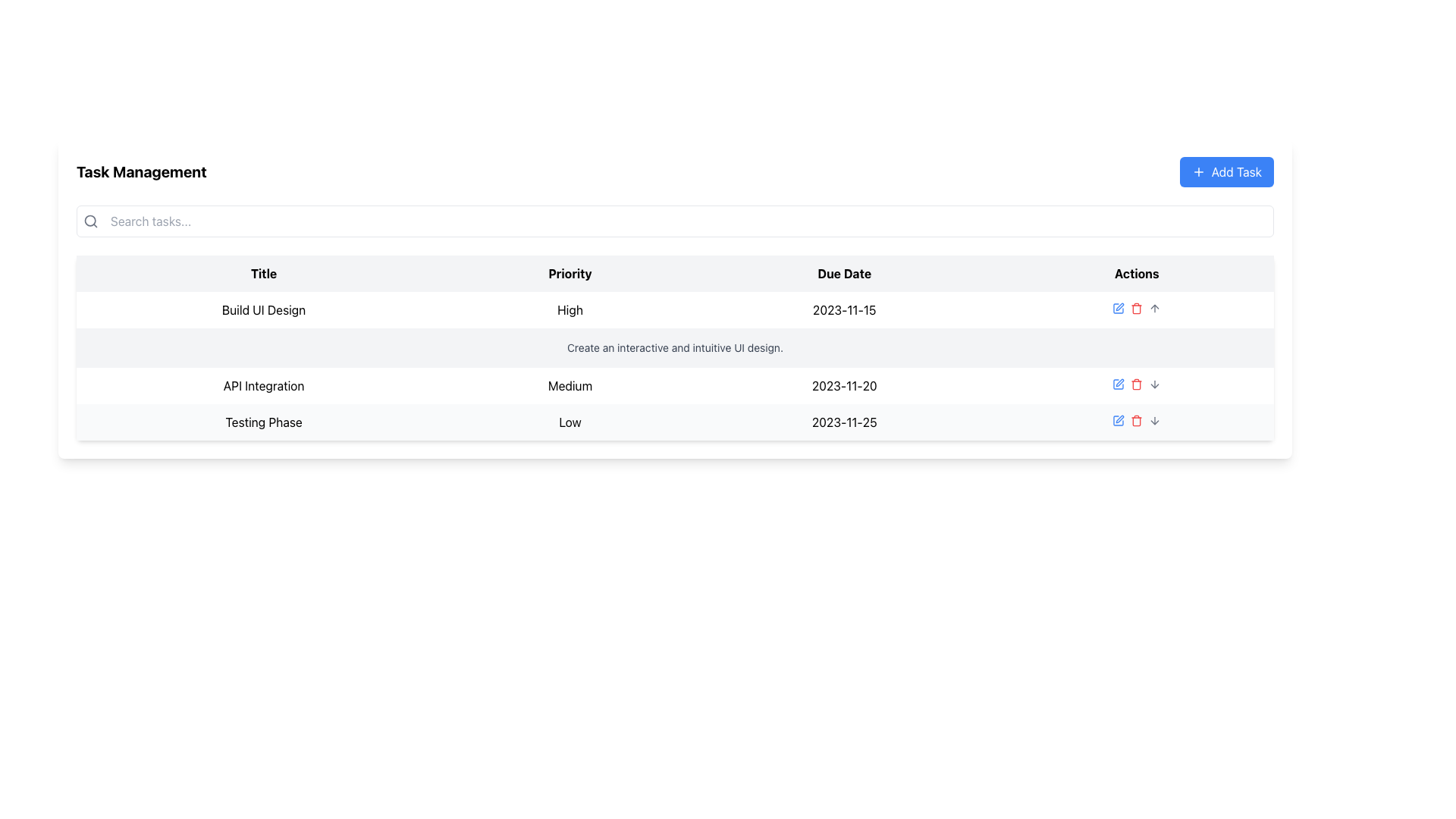  What do you see at coordinates (674, 385) in the screenshot?
I see `the second row in the task management interface, which displays details of a task below the 'Build UI Design' row, by clicking on it for selection or further actions` at bounding box center [674, 385].